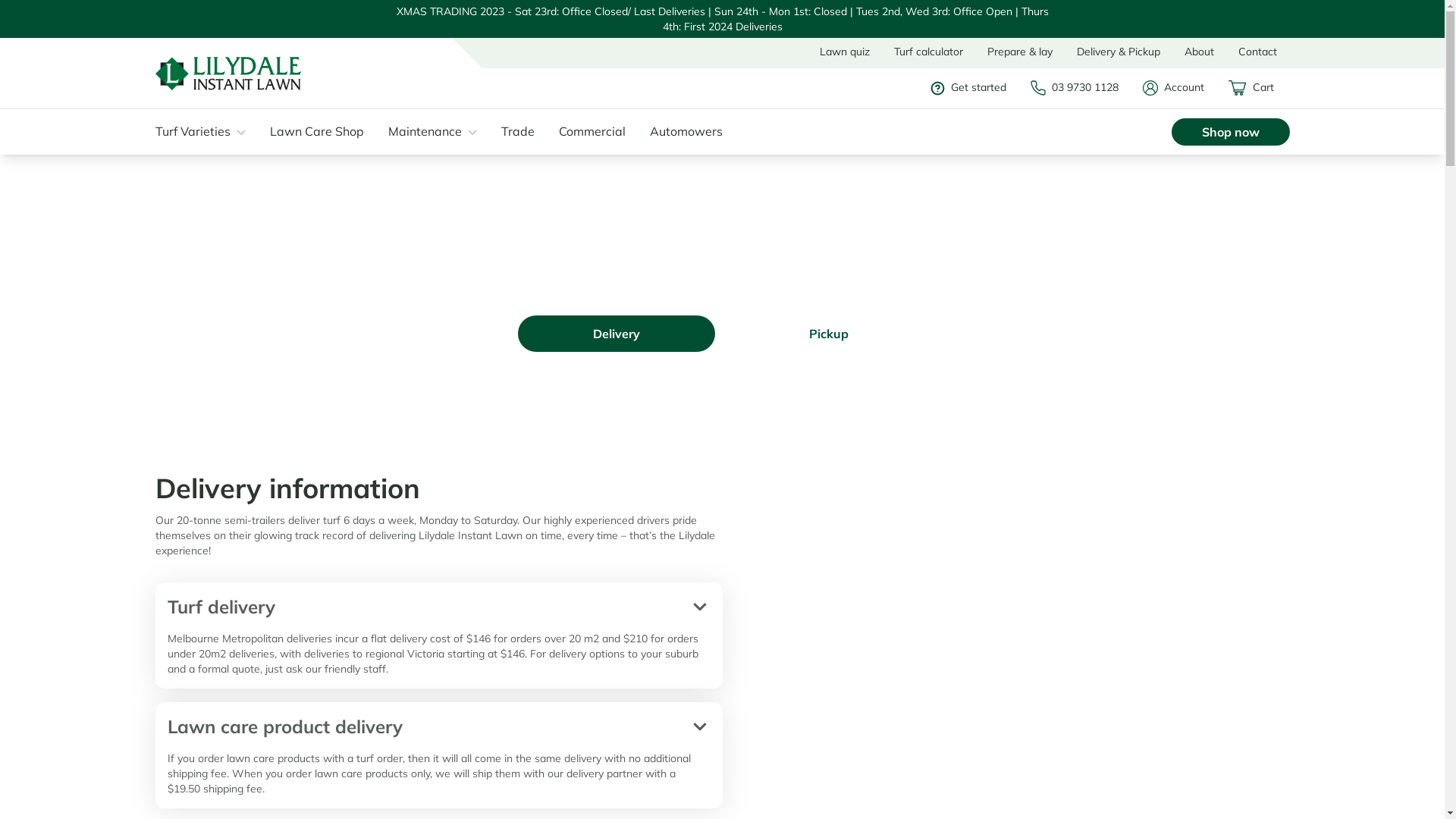  I want to click on 'Prepare & lay', so click(1019, 51).